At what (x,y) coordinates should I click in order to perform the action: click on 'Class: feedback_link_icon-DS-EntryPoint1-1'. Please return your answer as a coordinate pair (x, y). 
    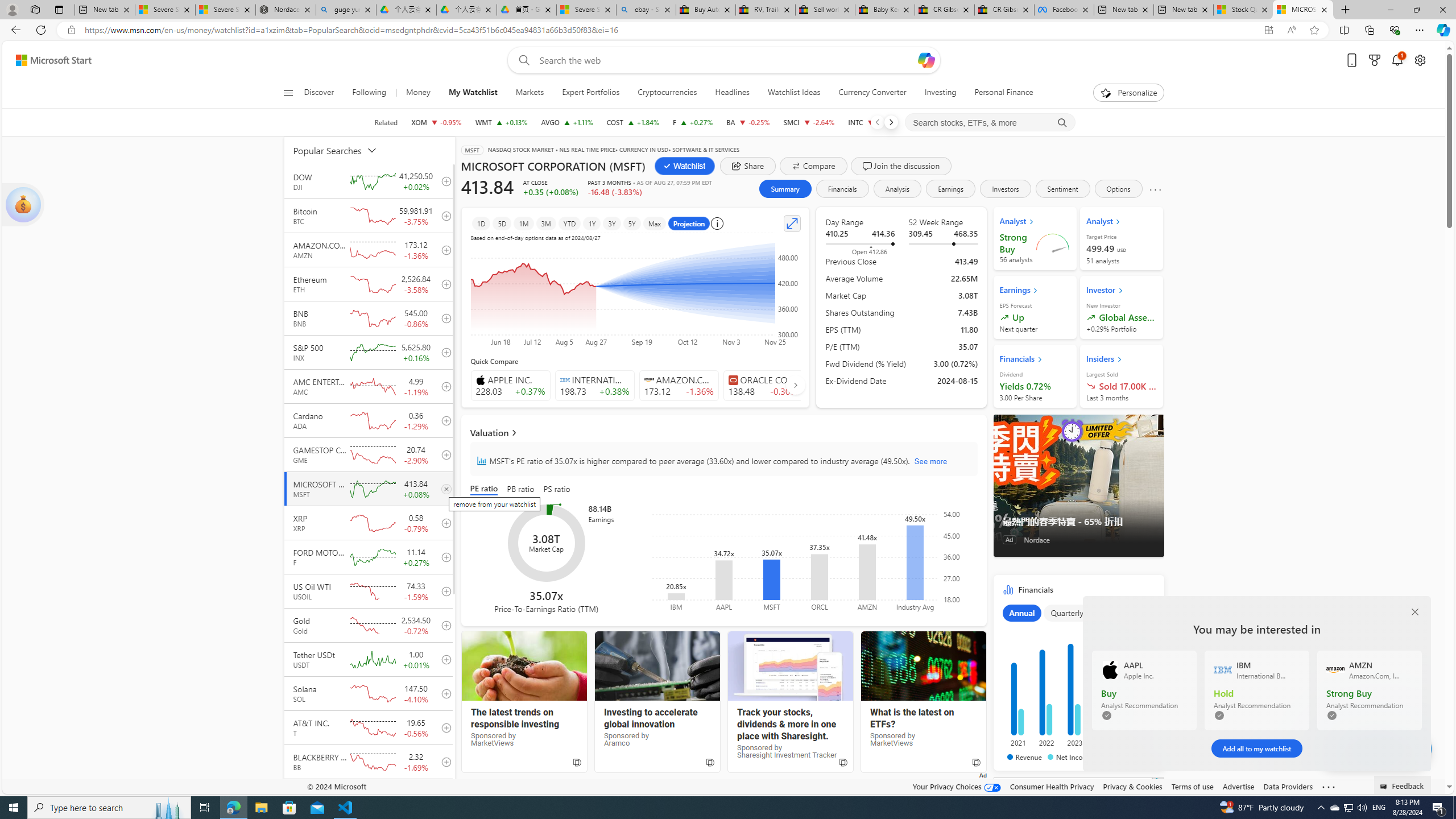
    Looking at the image, I should click on (1384, 786).